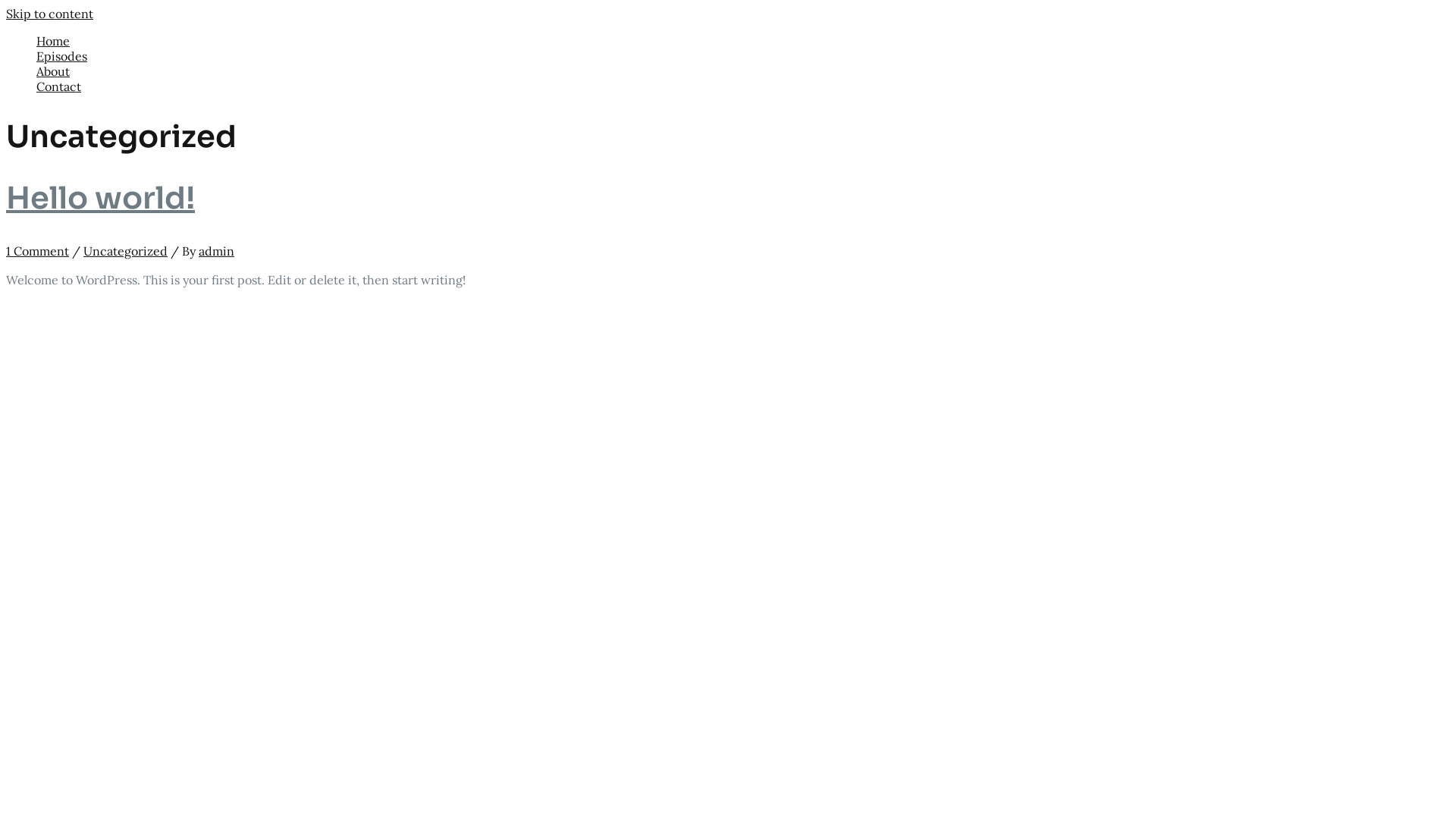  I want to click on '1 Comment', so click(37, 250).